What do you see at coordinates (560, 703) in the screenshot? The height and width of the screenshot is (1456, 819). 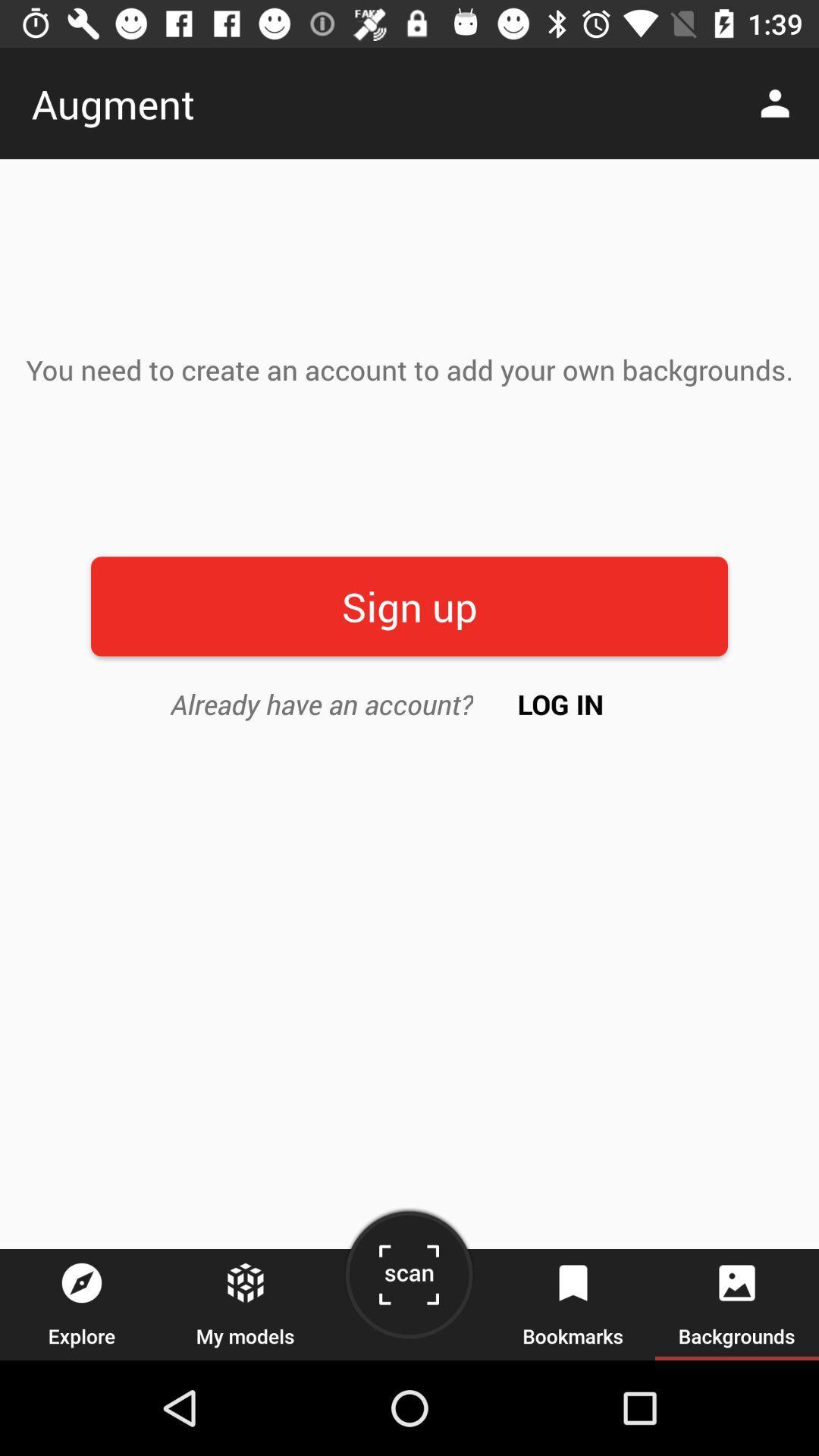 I see `log in item` at bounding box center [560, 703].